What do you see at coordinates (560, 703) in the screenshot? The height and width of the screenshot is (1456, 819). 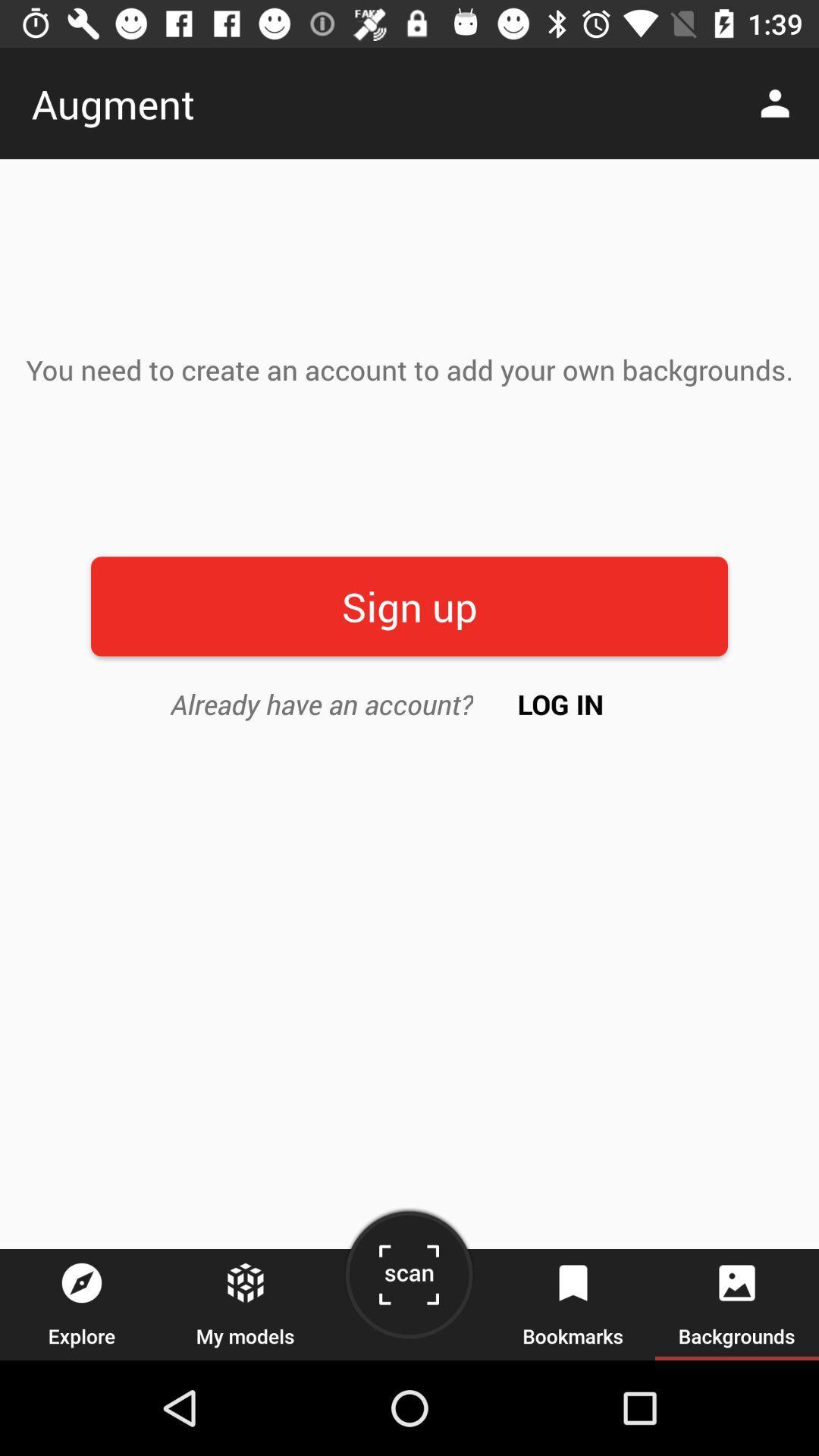 I see `log in item` at bounding box center [560, 703].